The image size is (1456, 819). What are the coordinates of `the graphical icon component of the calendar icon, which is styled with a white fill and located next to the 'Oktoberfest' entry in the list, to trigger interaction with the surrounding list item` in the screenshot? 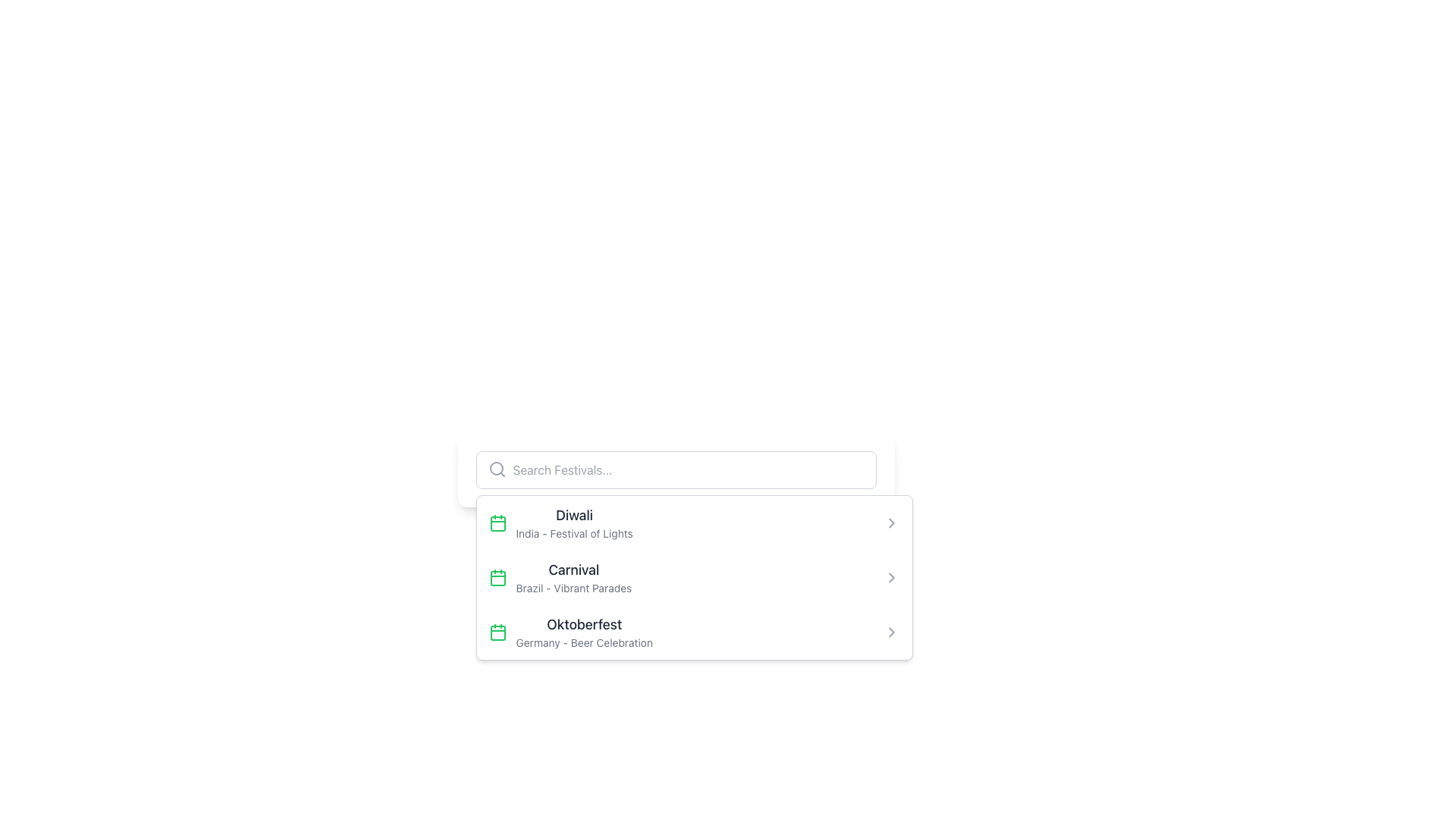 It's located at (497, 632).